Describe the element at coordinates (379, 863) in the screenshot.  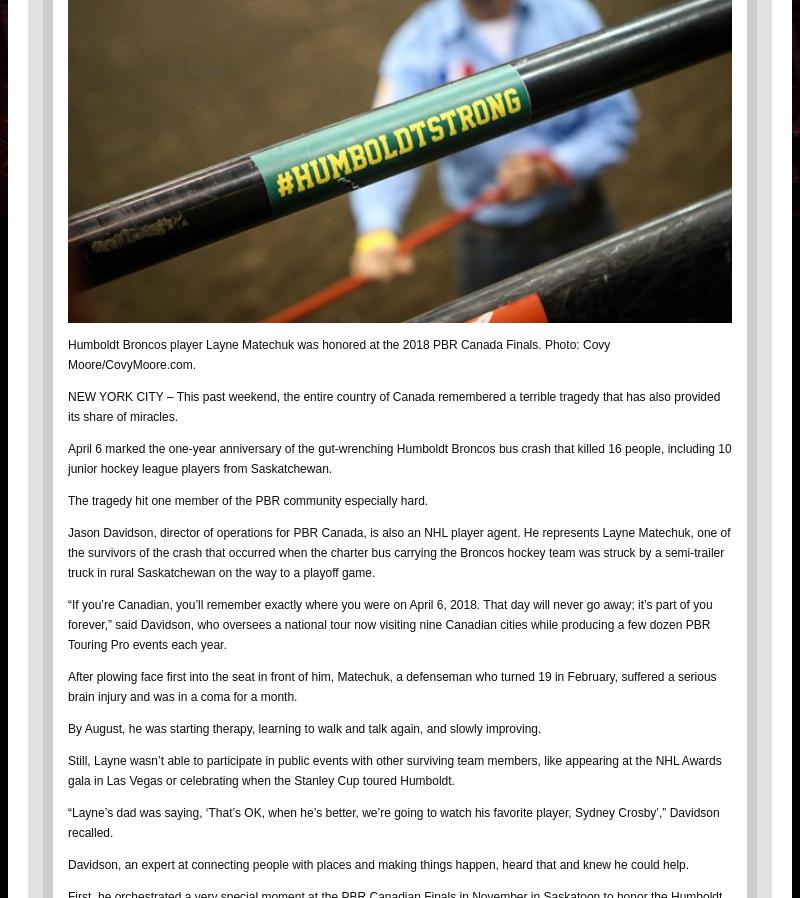
I see `'Davidson, an expert at connecting people with places and making things happen, heard that and knew he could help.'` at that location.